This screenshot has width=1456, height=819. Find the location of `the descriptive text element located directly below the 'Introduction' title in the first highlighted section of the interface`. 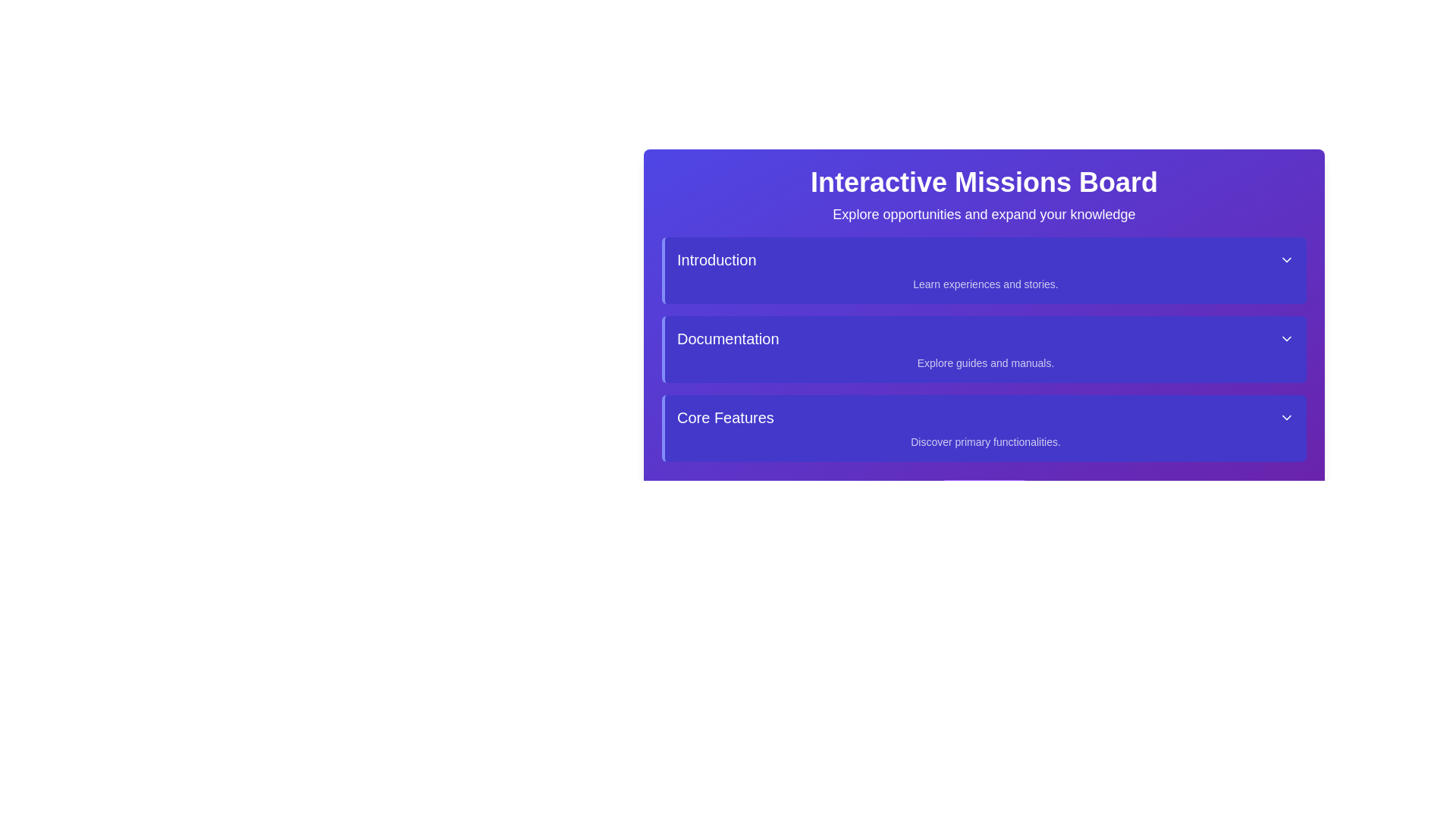

the descriptive text element located directly below the 'Introduction' title in the first highlighted section of the interface is located at coordinates (986, 284).